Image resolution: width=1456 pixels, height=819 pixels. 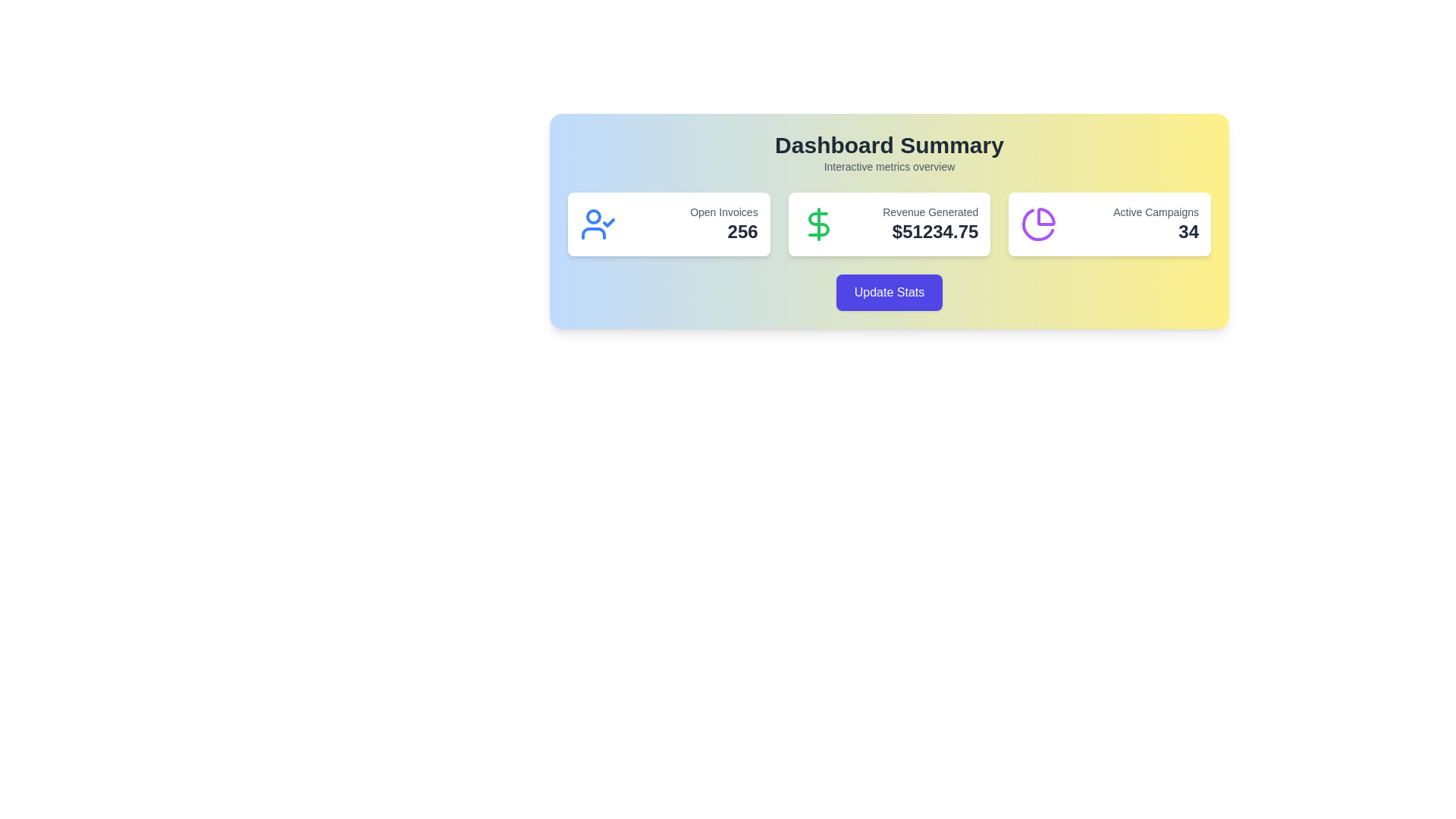 What do you see at coordinates (1155, 224) in the screenshot?
I see `the 'Active Campaigns' text display showing the count of active campaigns, which is located in the top-right section of the rightmost card on the dashboard` at bounding box center [1155, 224].